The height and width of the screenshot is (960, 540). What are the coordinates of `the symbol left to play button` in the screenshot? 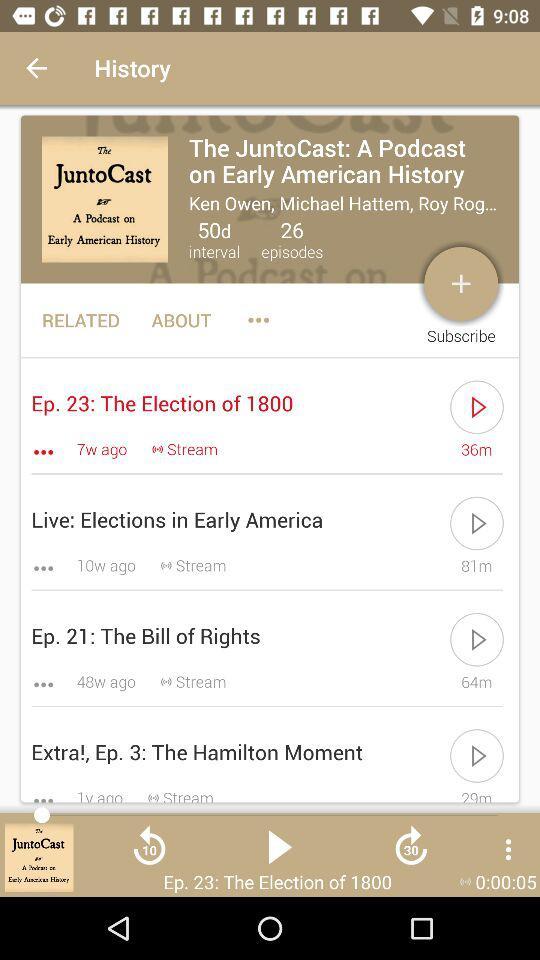 It's located at (148, 853).